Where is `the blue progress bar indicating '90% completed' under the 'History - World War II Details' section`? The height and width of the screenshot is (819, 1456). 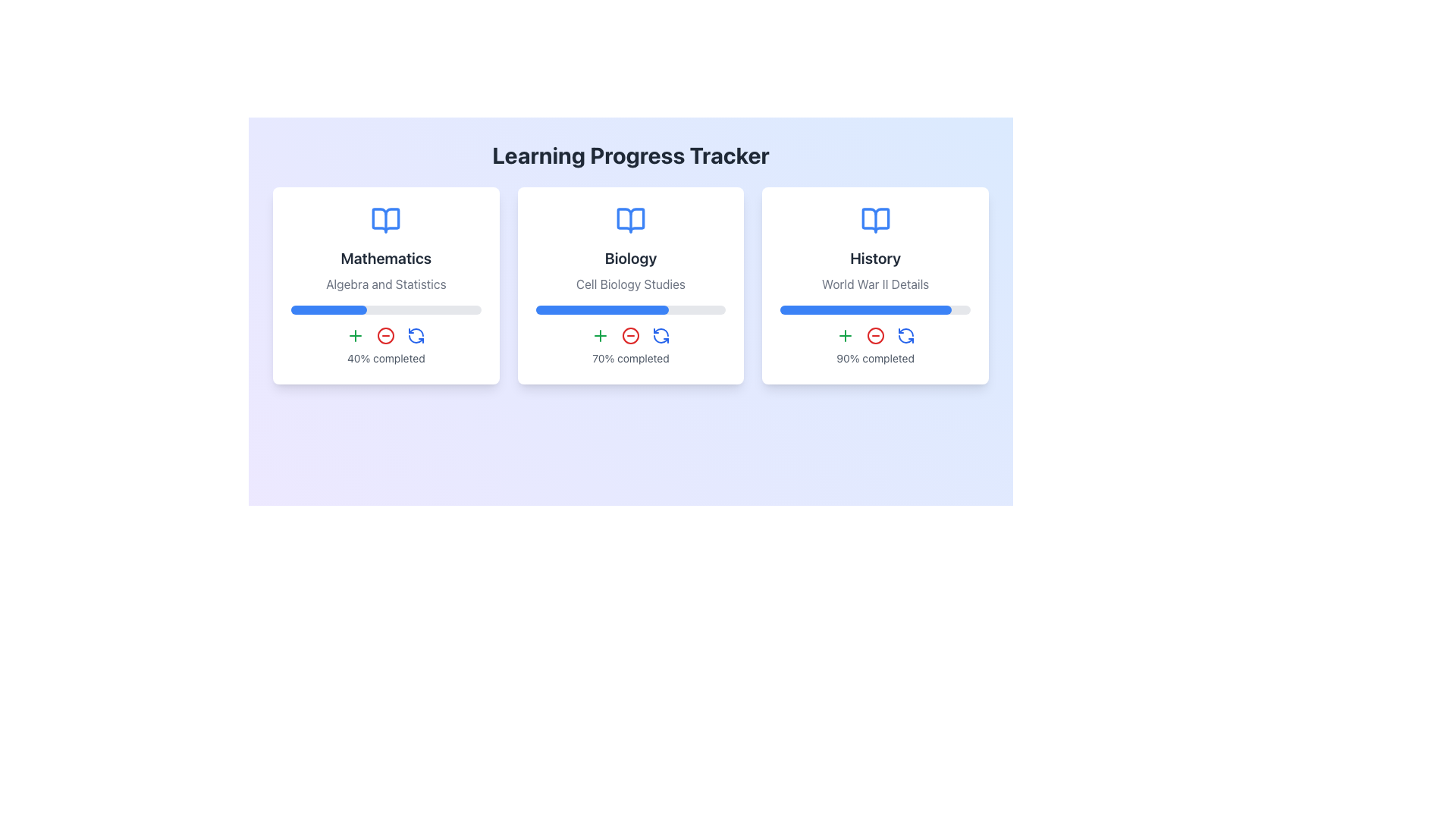
the blue progress bar indicating '90% completed' under the 'History - World War II Details' section is located at coordinates (866, 309).